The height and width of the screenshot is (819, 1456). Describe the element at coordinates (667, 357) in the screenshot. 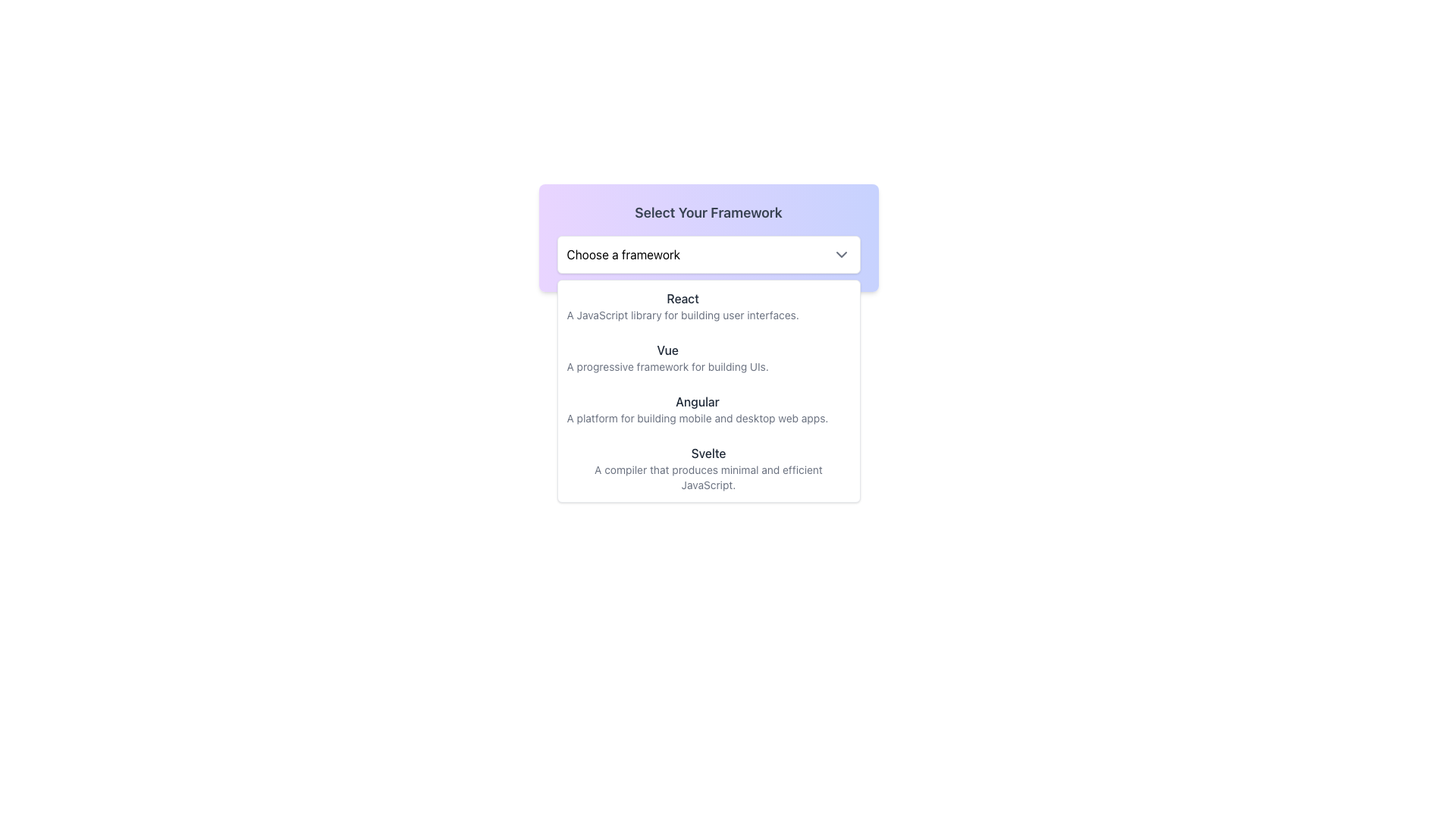

I see `text content of the 'Vue' framework label, which is the second item in the dropdown panel under 'Select Your Framework'` at that location.